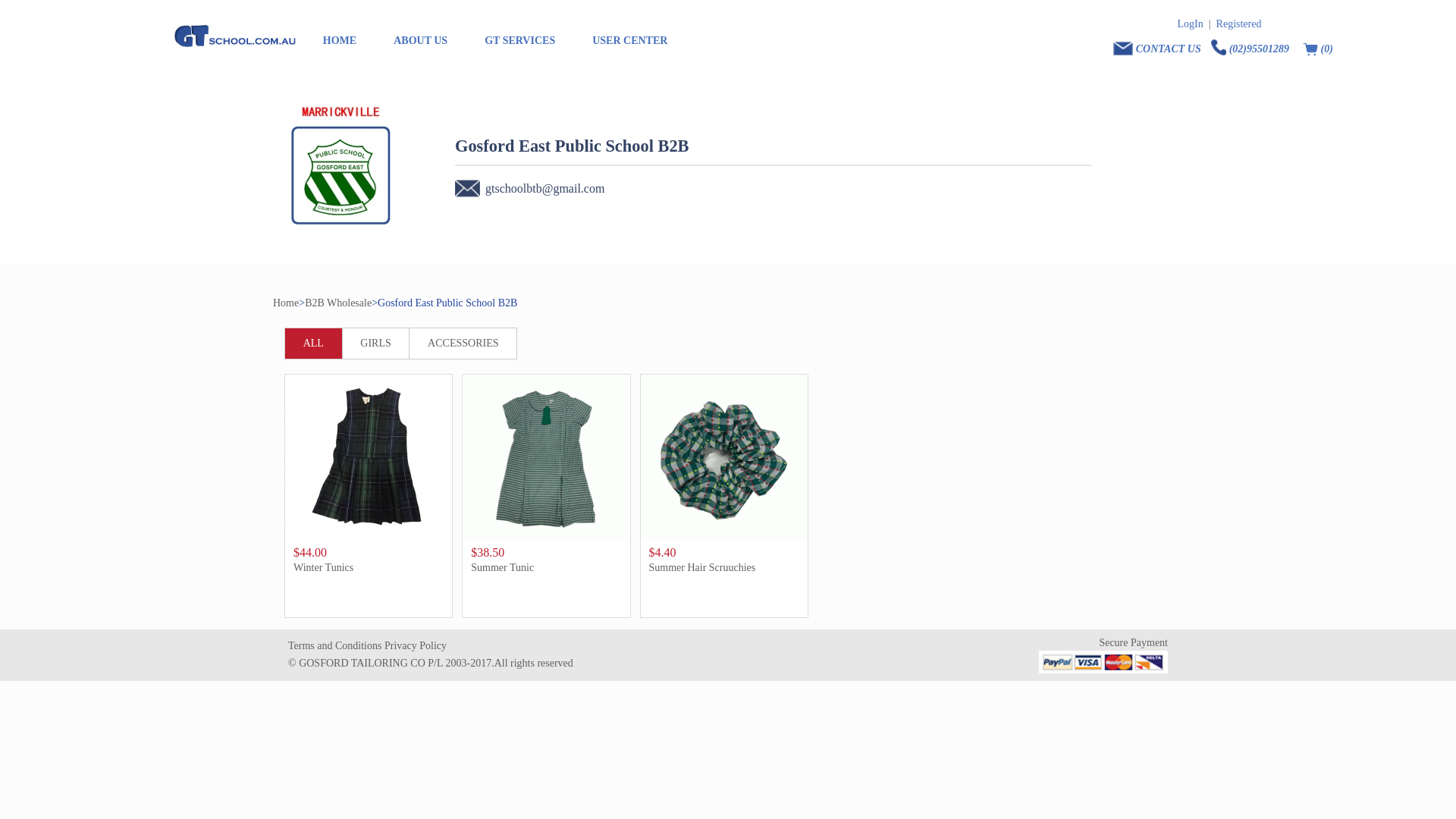 The image size is (1456, 819). I want to click on 'LogIn', so click(1189, 24).